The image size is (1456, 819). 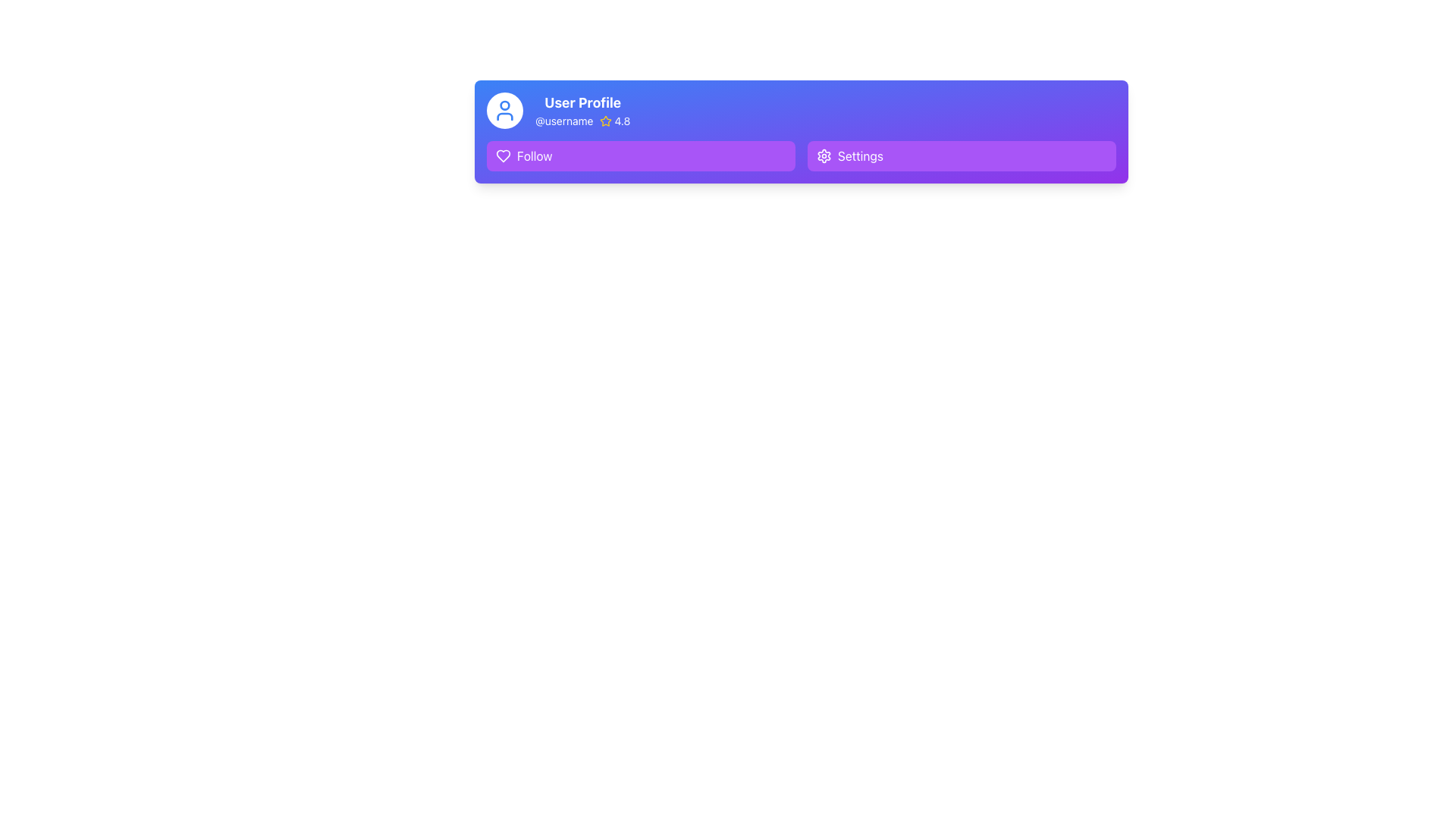 I want to click on the purple settings gear icon located on the header bar to the right of the 'Follow' button, so click(x=823, y=155).